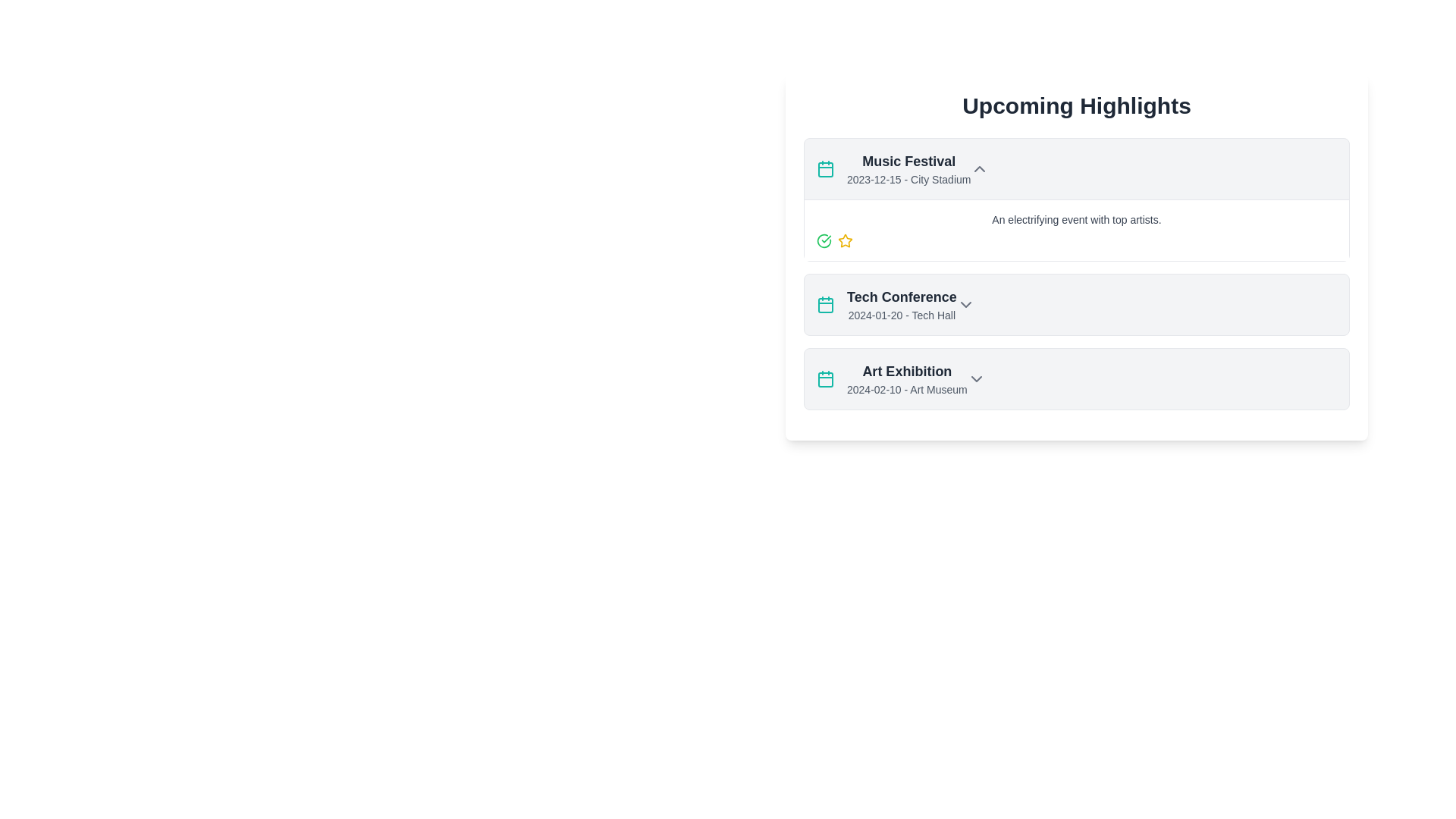 Image resolution: width=1456 pixels, height=819 pixels. Describe the element at coordinates (892, 378) in the screenshot. I see `the list item with the title 'Art Exhibition' and date '2024-02-10 - Art Museum' in the Upcoming Highlights section to interact further` at that location.